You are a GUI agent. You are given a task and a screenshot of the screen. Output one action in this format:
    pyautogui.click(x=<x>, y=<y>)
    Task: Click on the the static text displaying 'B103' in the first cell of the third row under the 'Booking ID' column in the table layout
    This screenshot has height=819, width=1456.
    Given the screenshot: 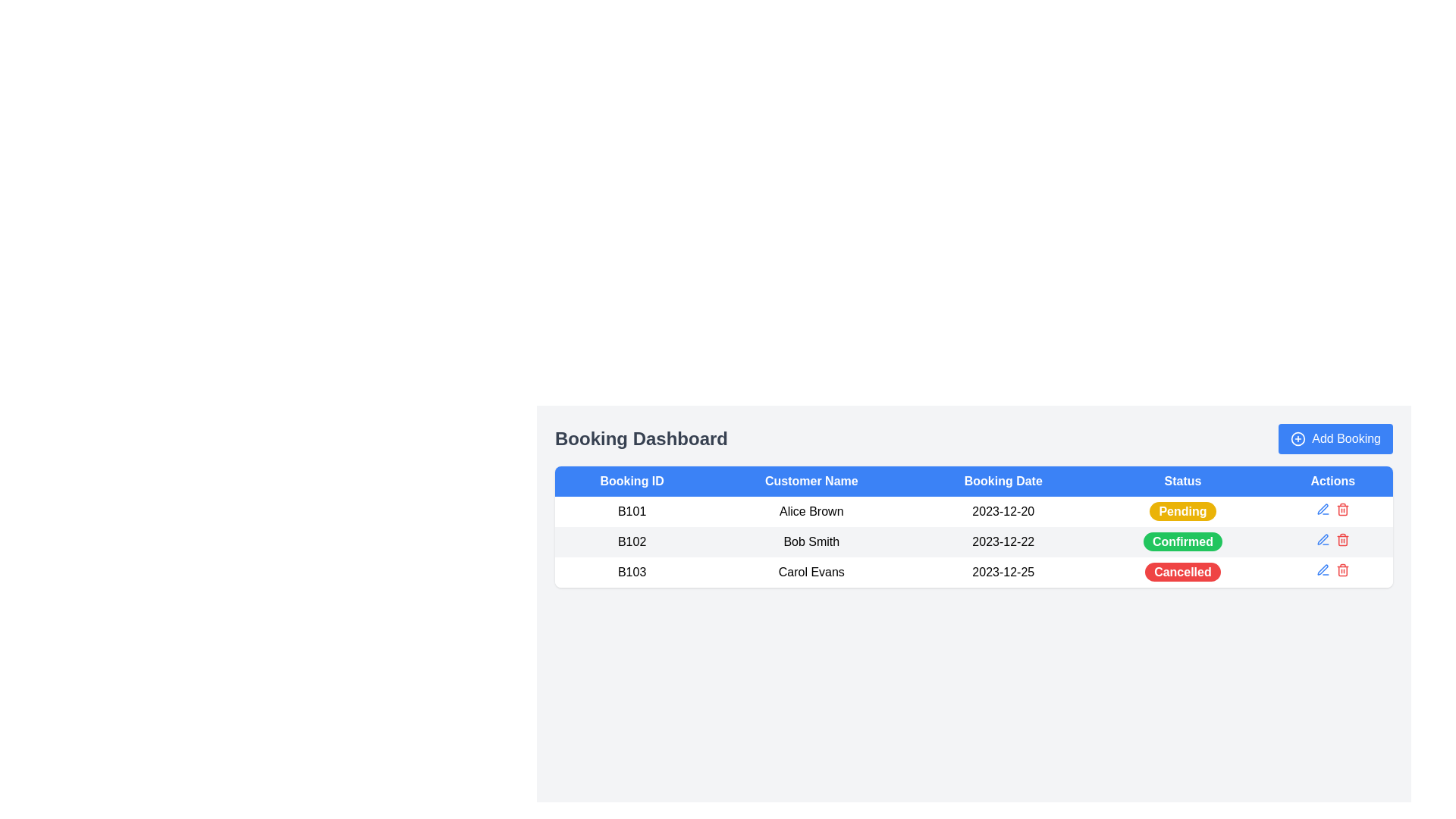 What is the action you would take?
    pyautogui.click(x=632, y=573)
    